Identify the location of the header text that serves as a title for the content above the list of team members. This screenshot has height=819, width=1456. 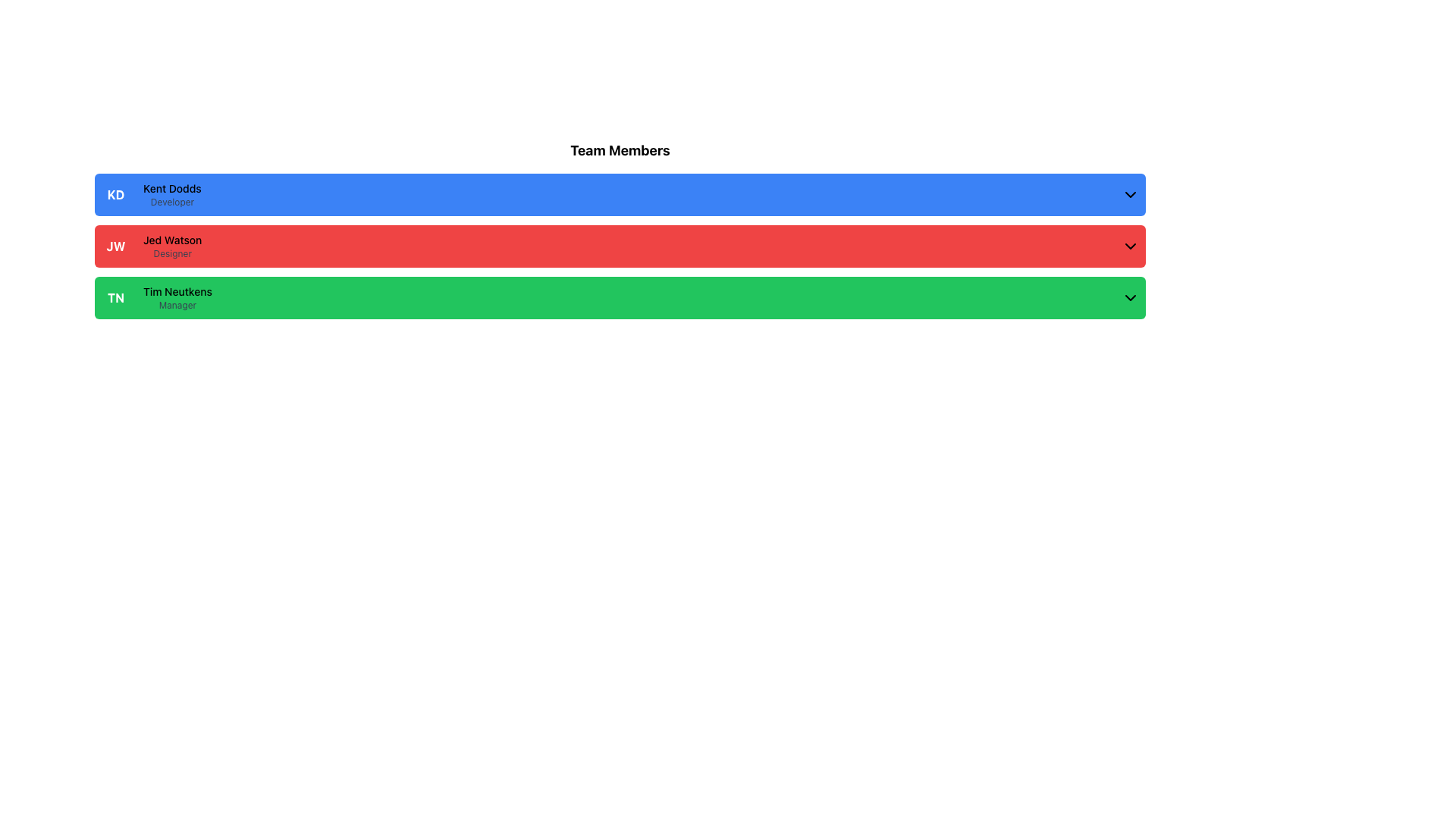
(620, 151).